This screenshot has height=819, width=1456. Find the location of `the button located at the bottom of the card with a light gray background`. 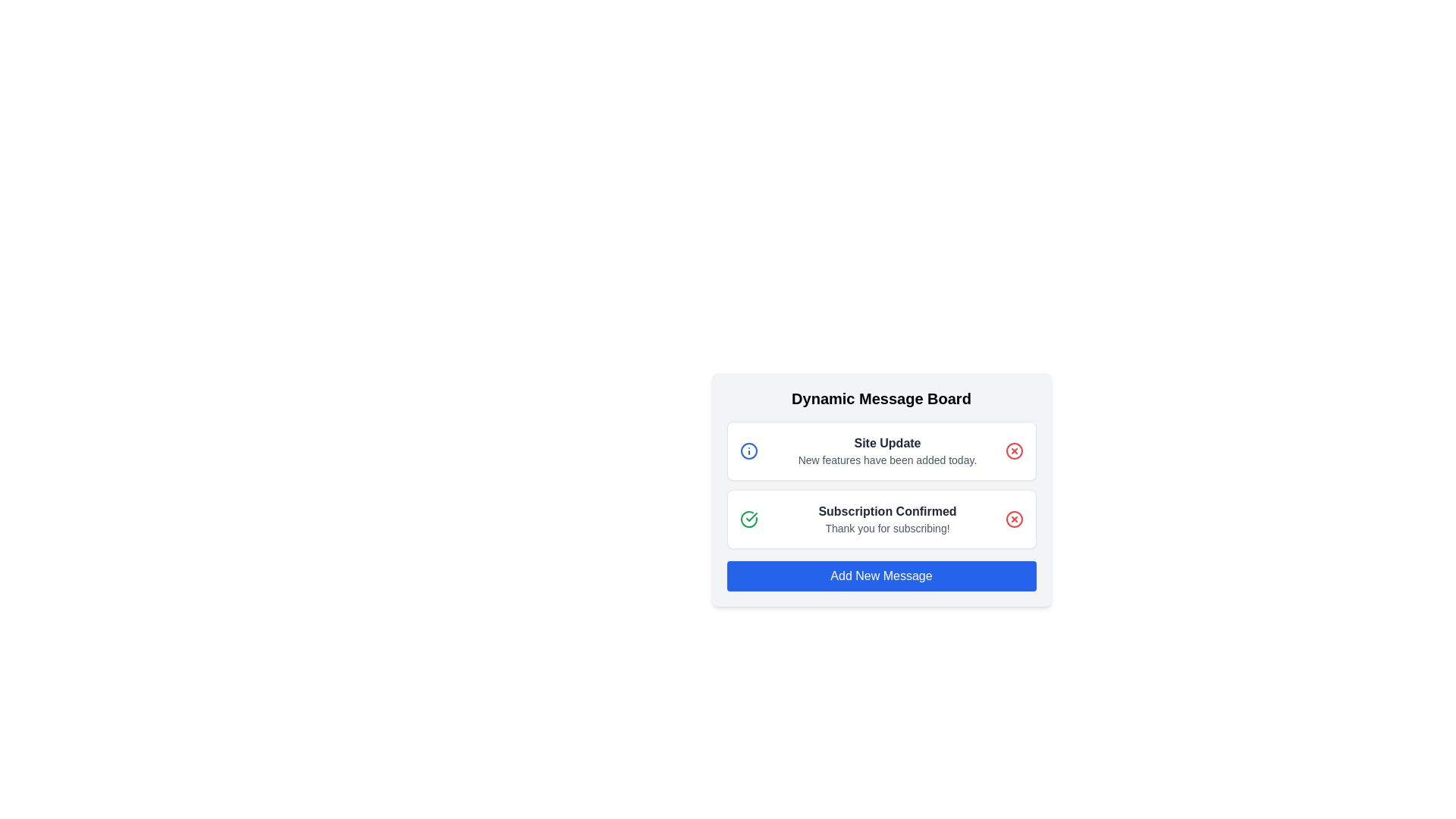

the button located at the bottom of the card with a light gray background is located at coordinates (881, 576).